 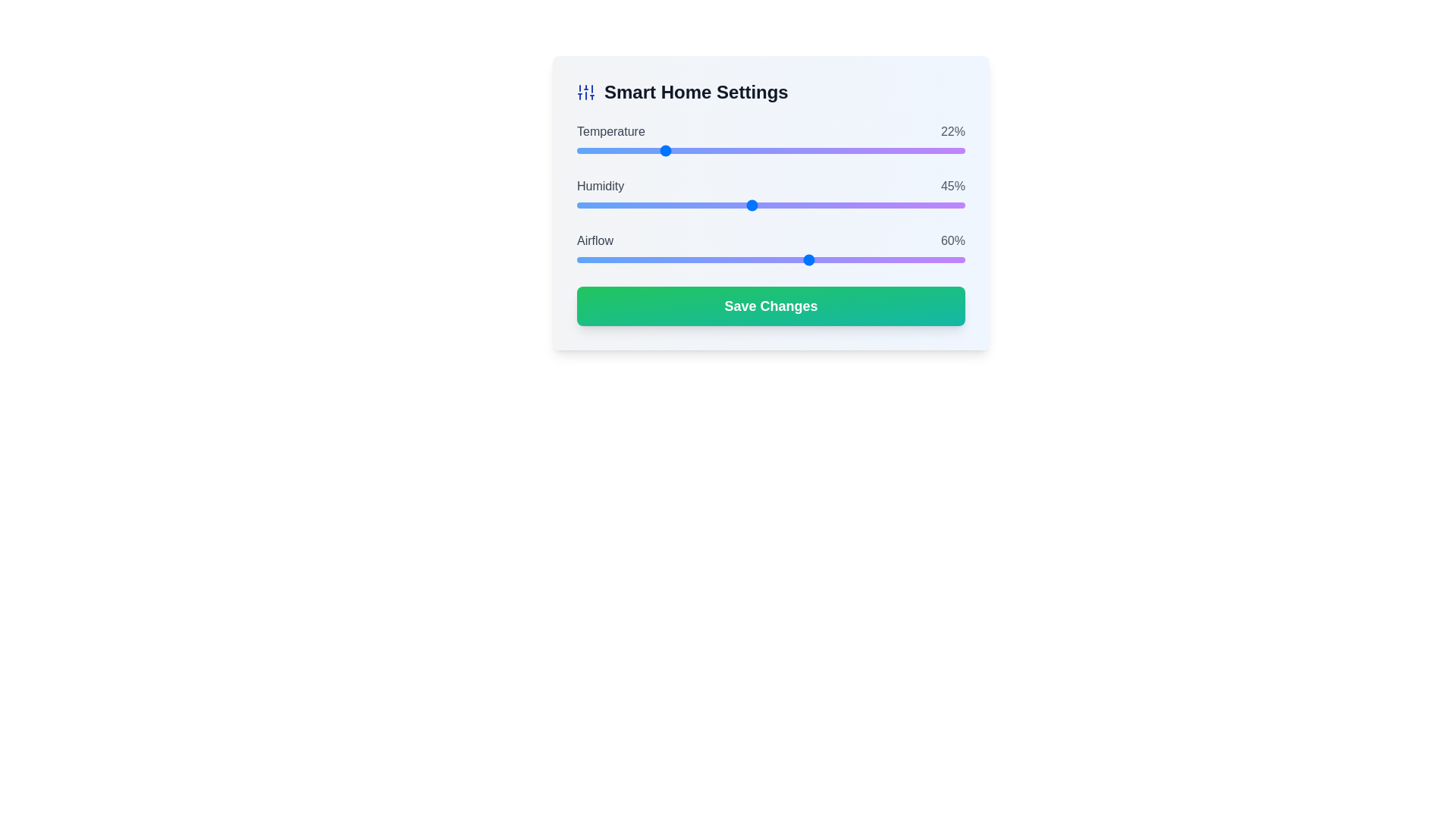 I want to click on the slider, so click(x=647, y=151).